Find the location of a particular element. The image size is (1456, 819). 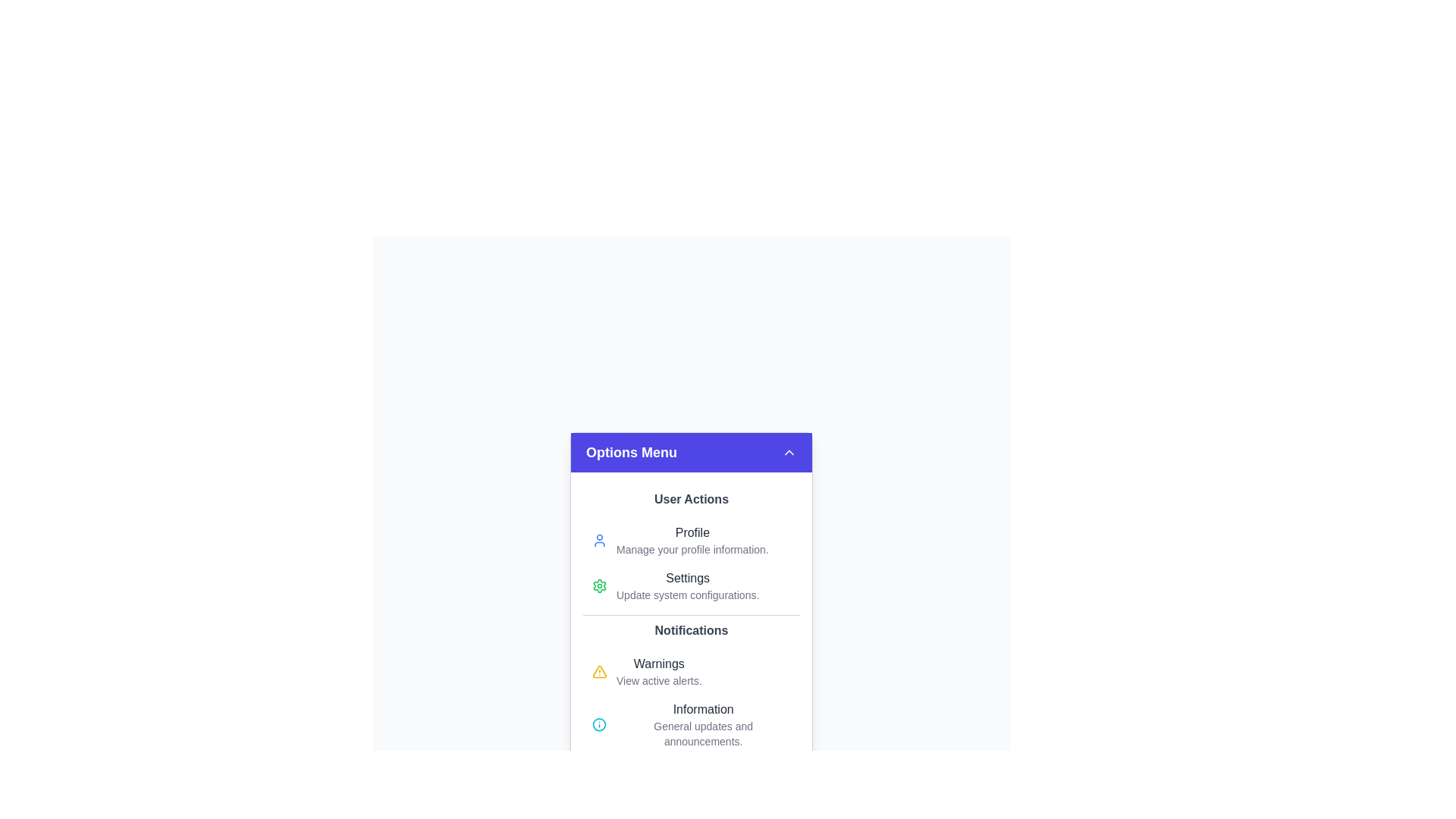

the green gear icon in the 'Settings' section of the 'User Actions' category is located at coordinates (599, 585).